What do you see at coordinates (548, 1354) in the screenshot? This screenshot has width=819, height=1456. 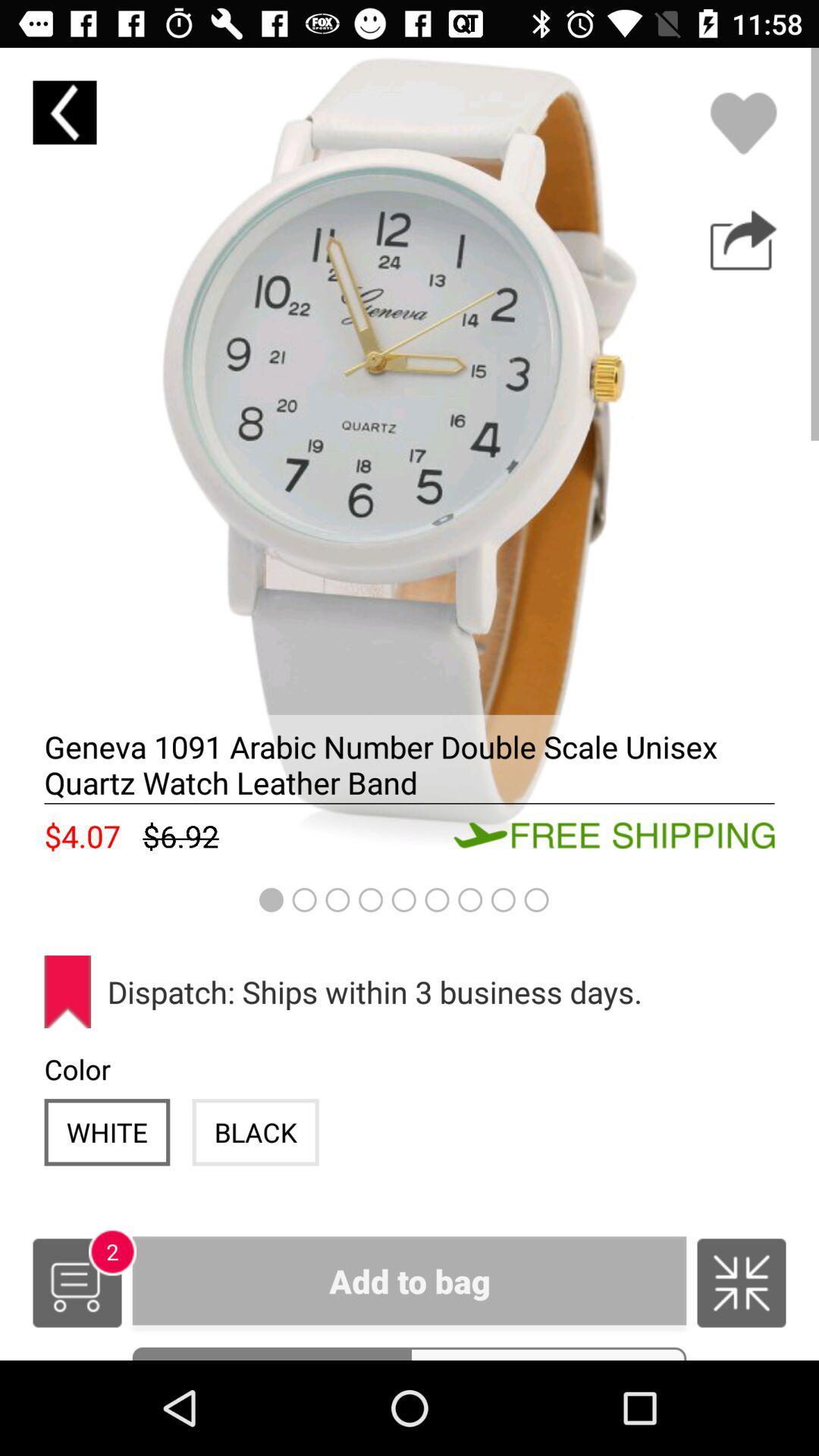 I see `item to the right of detail` at bounding box center [548, 1354].